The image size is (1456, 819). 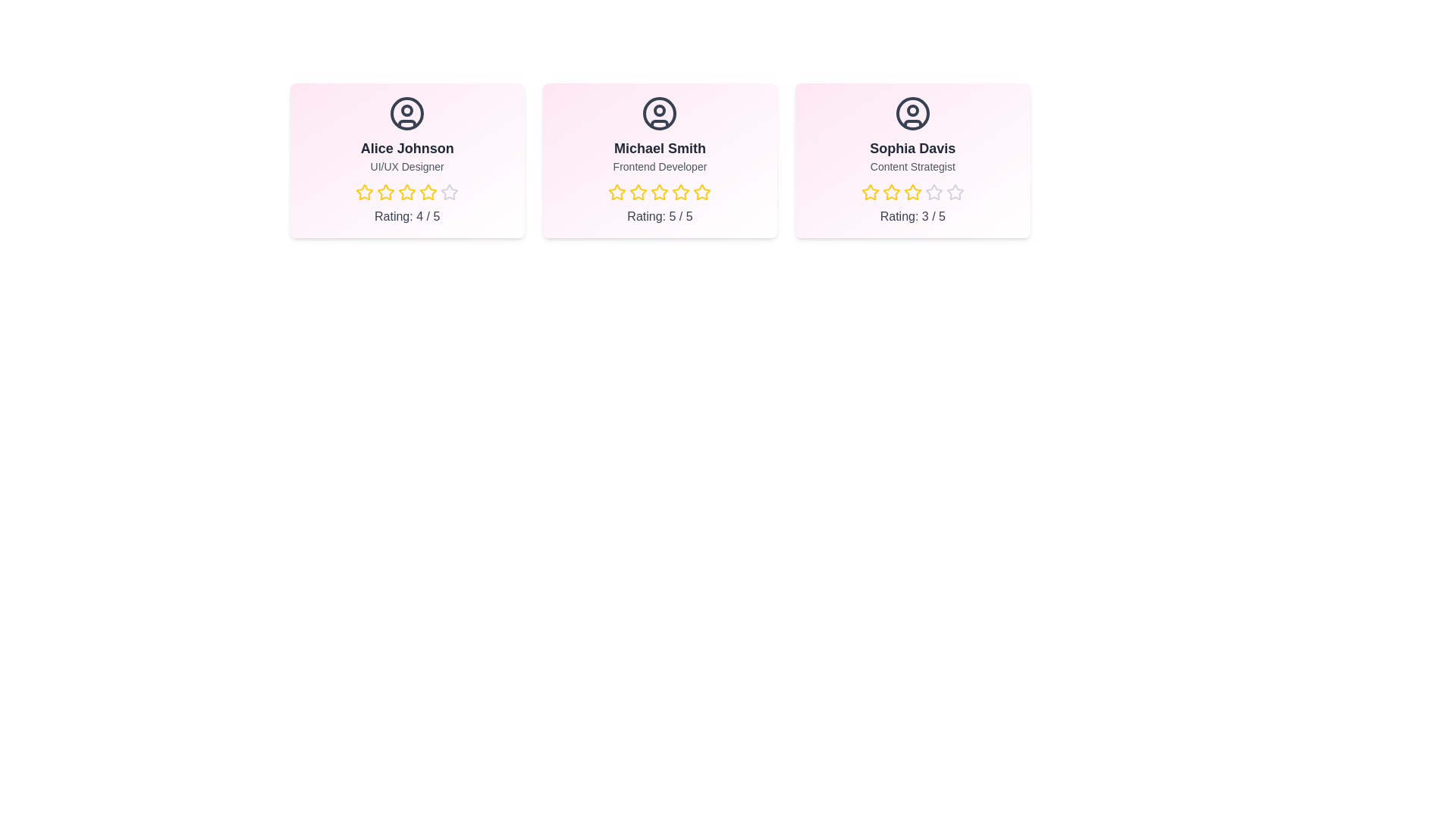 What do you see at coordinates (861, 192) in the screenshot?
I see `the star corresponding to 1 stars for the team member Sophia Davis` at bounding box center [861, 192].